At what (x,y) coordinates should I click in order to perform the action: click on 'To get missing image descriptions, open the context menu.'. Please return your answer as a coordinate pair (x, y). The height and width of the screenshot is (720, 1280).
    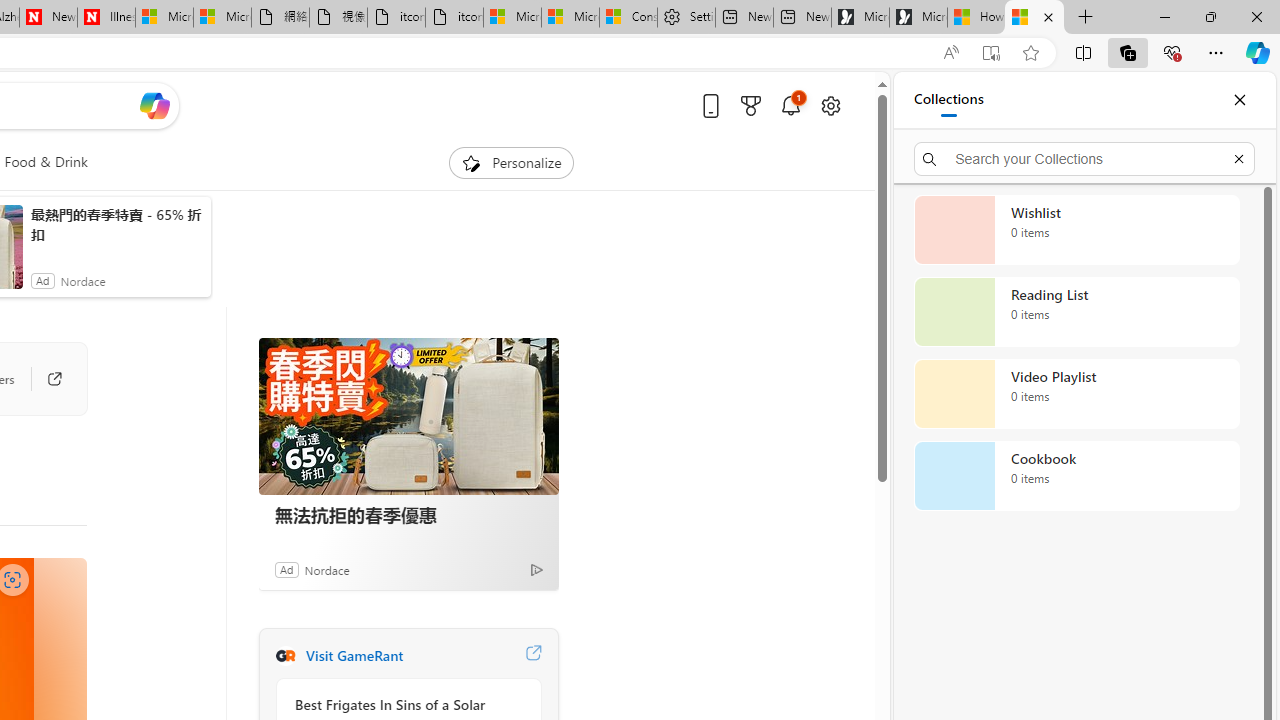
    Looking at the image, I should click on (470, 161).